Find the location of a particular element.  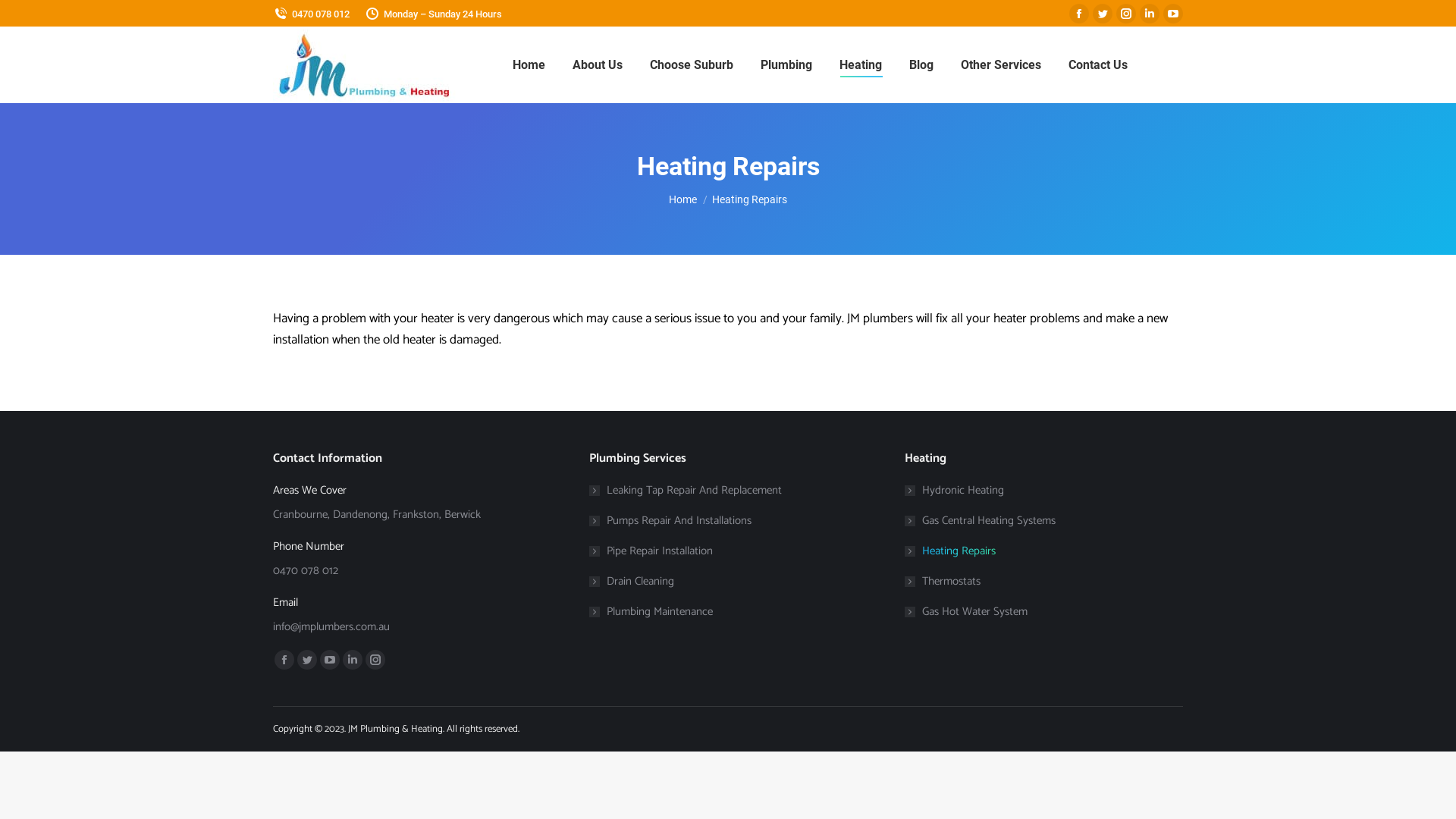

'About Us' is located at coordinates (596, 64).